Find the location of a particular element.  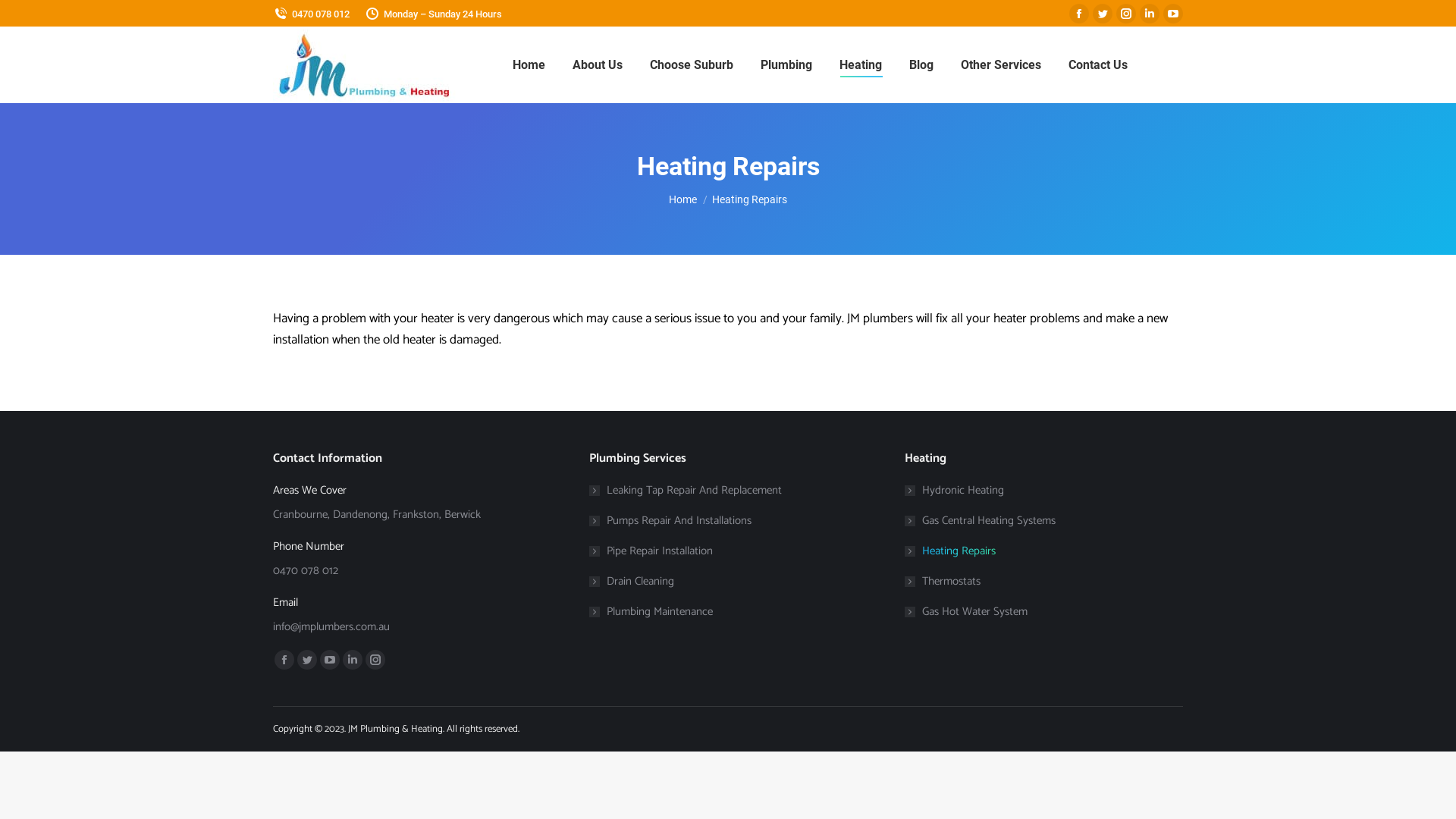

'About Us' is located at coordinates (596, 64).